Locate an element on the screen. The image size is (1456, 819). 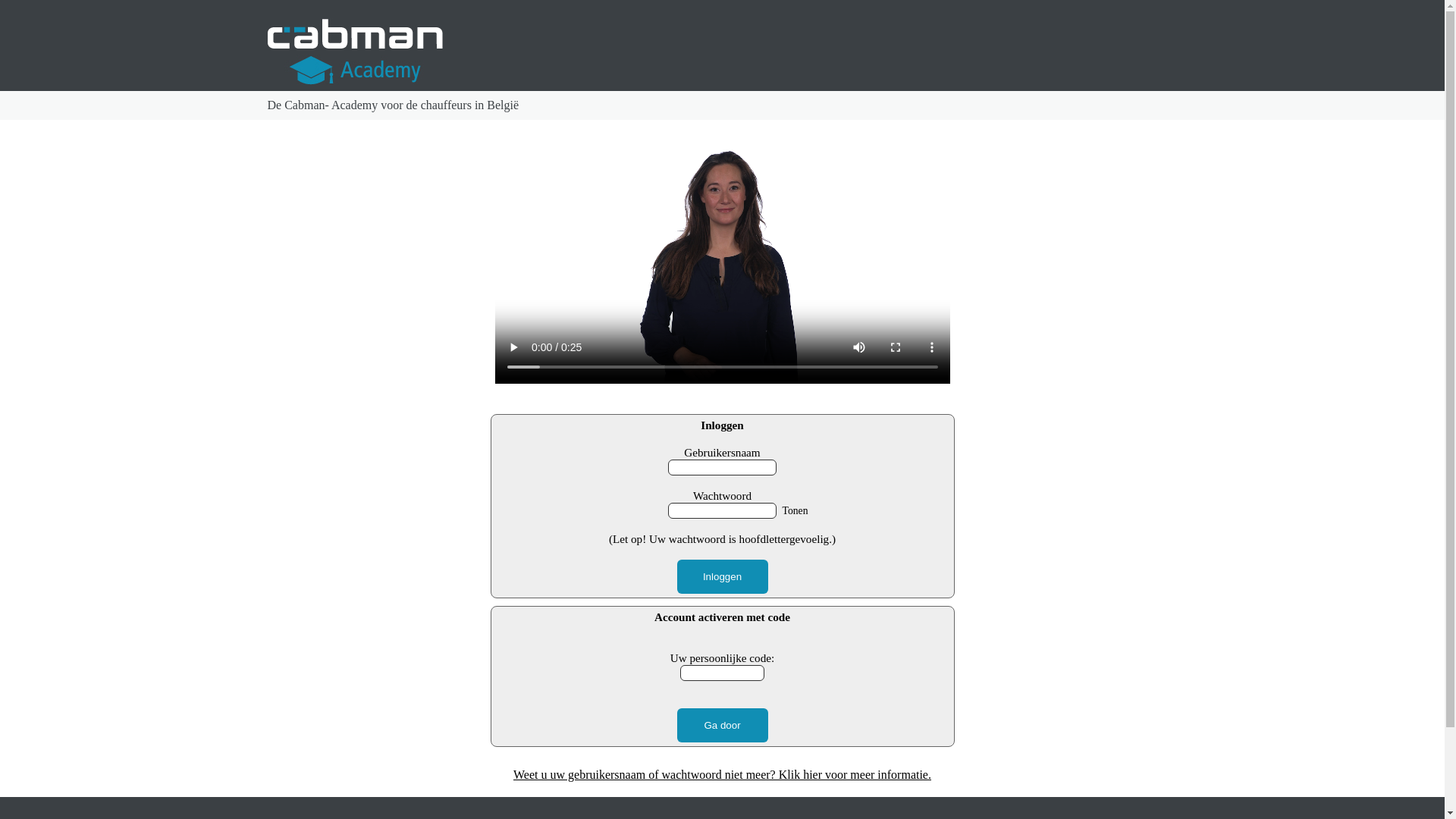
'Ga door' is located at coordinates (720, 724).